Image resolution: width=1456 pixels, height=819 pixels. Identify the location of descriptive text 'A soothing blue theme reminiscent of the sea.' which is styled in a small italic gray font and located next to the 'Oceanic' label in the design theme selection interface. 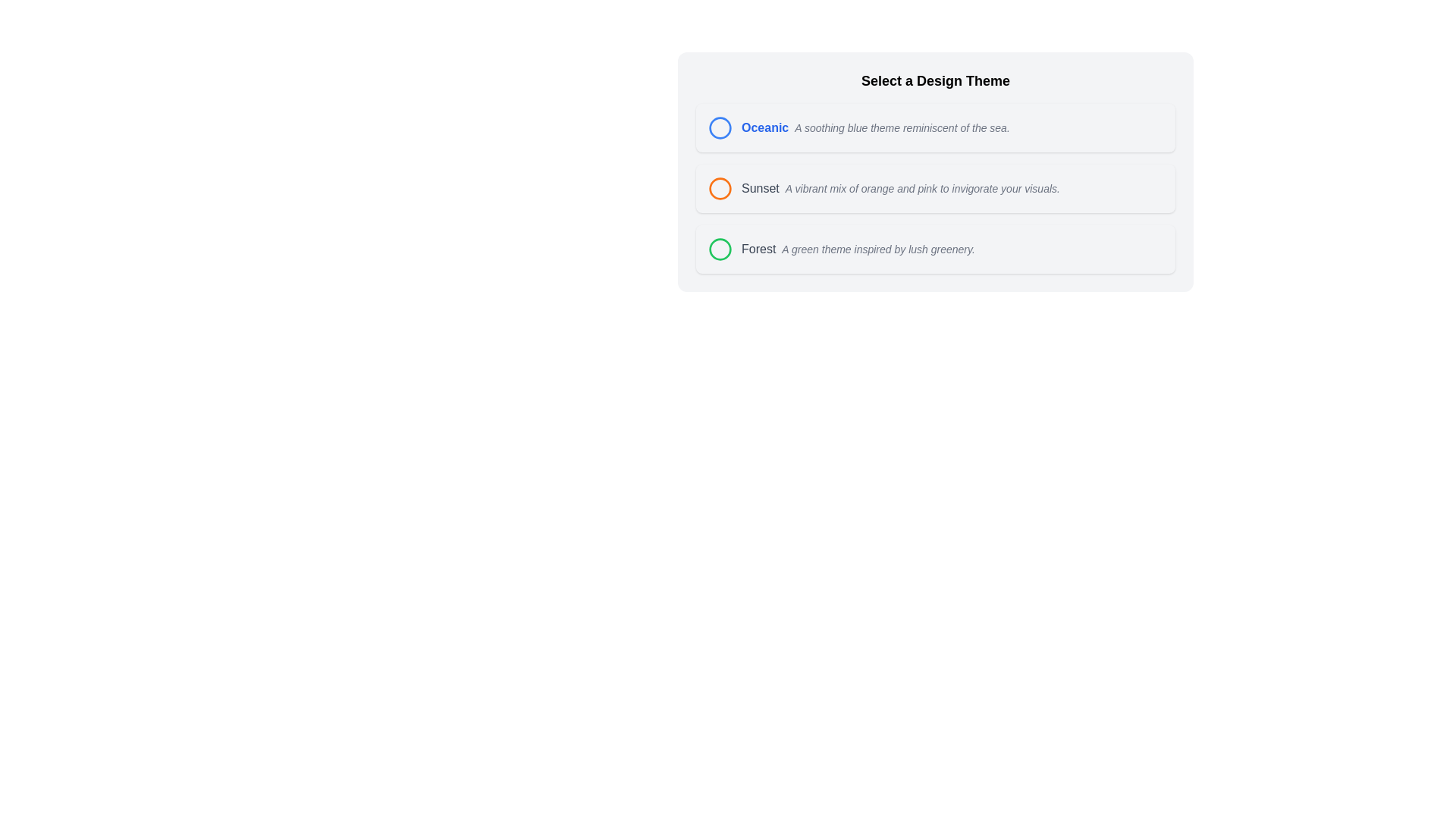
(902, 127).